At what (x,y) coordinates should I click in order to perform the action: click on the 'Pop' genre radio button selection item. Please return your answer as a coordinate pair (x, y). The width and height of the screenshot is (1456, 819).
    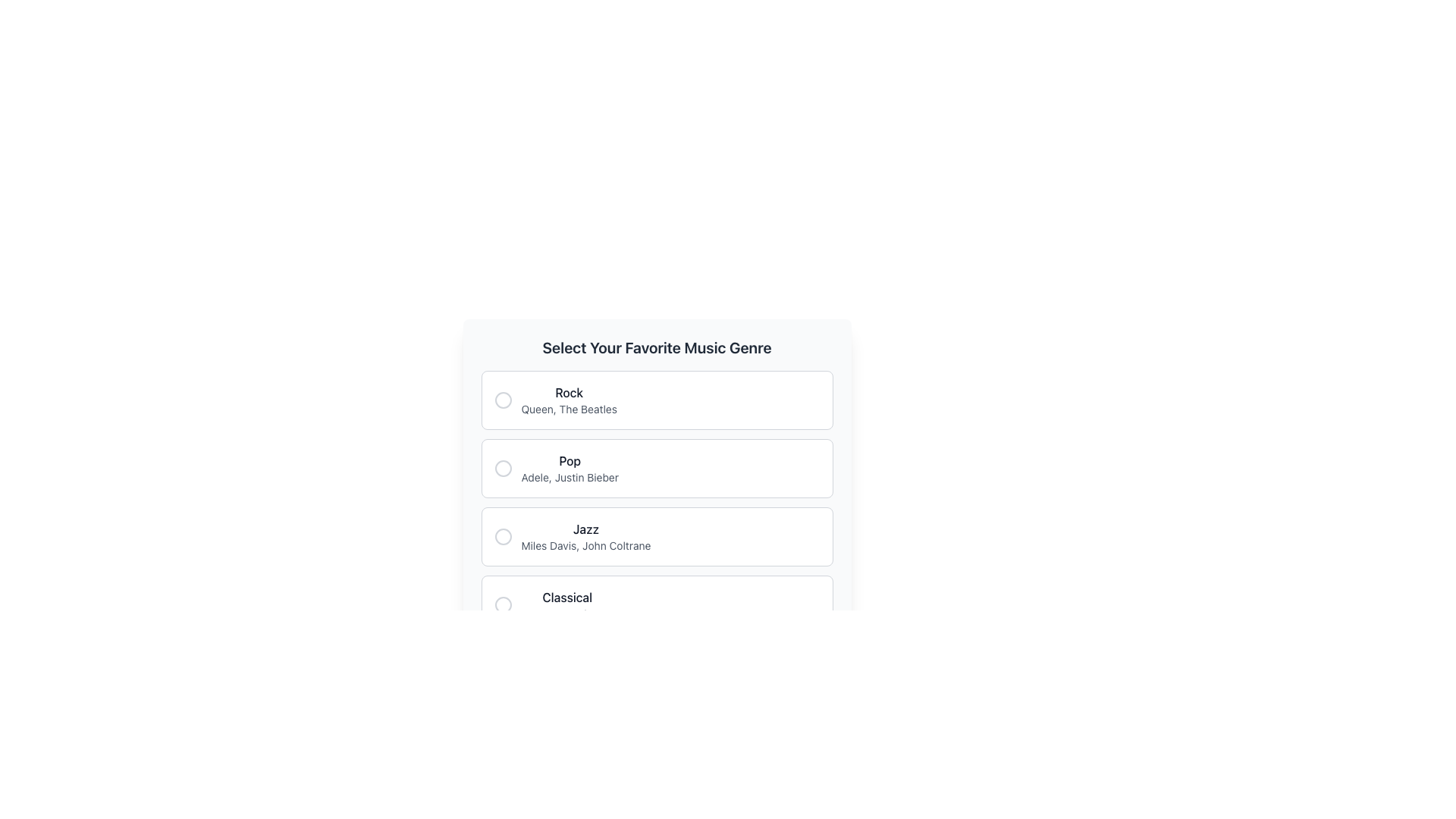
    Looking at the image, I should click on (657, 467).